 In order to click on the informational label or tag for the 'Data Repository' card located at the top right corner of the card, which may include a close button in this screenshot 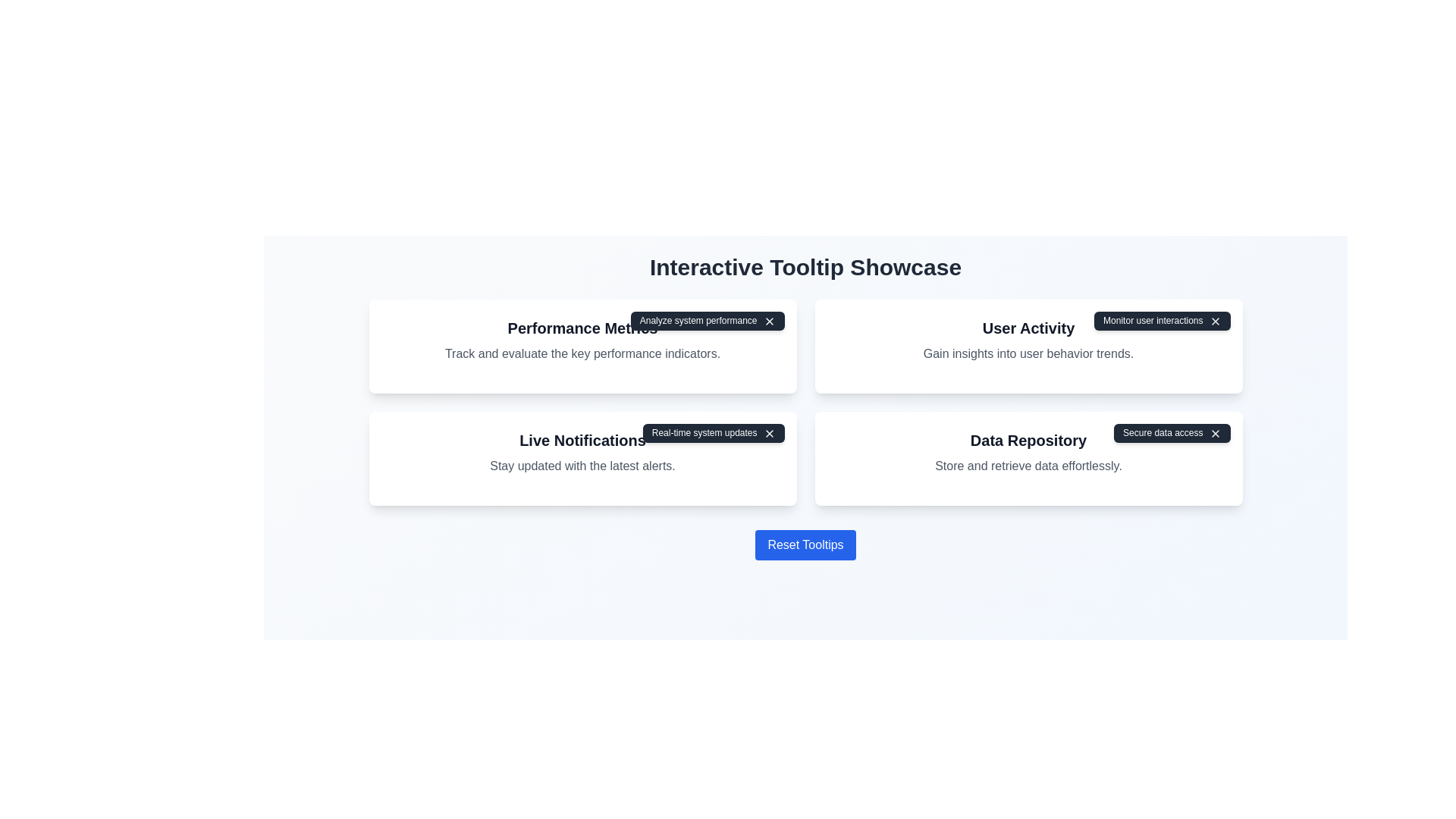, I will do `click(1171, 433)`.